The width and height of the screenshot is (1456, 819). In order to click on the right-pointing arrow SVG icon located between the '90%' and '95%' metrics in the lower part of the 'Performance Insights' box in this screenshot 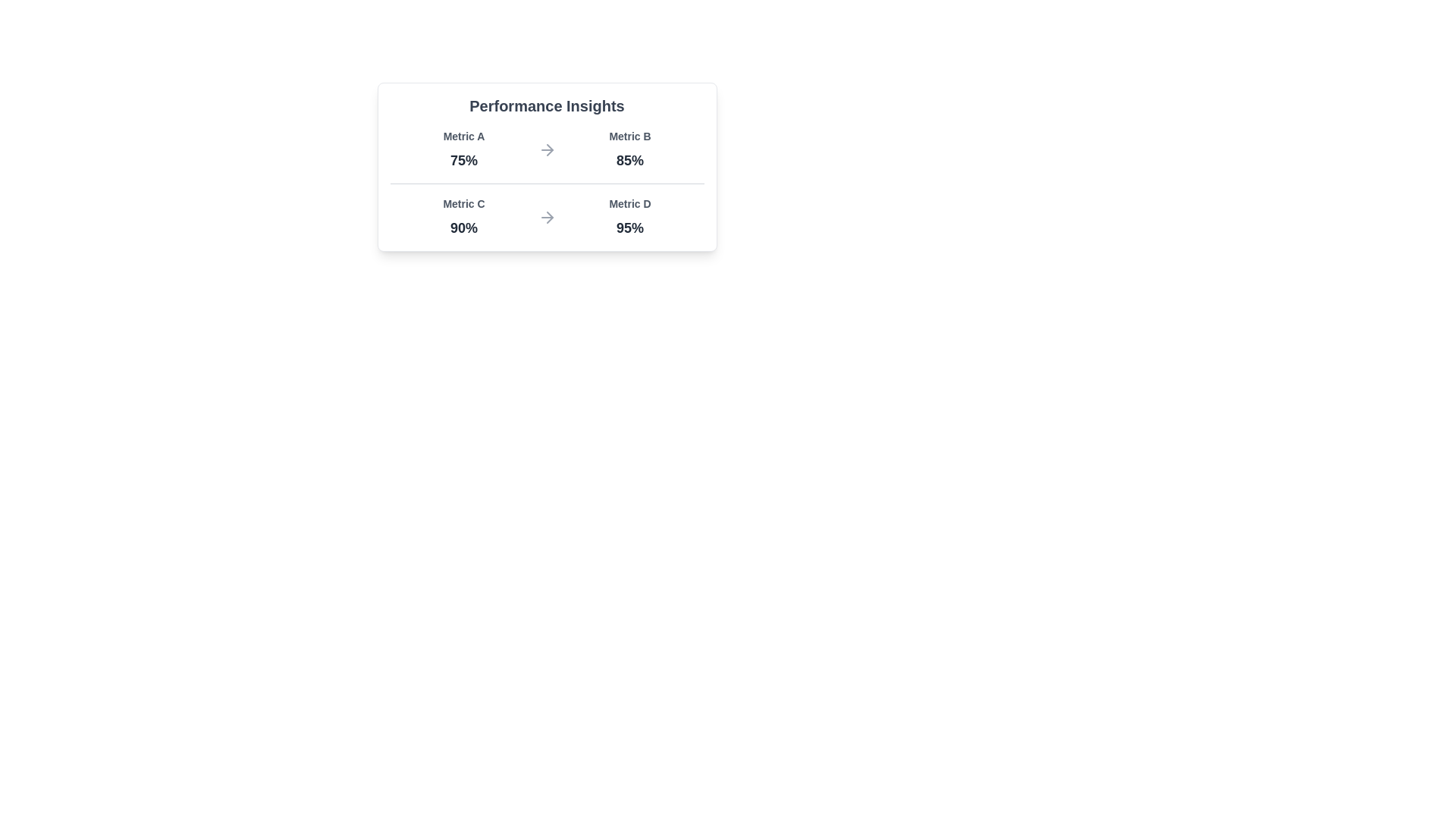, I will do `click(546, 217)`.